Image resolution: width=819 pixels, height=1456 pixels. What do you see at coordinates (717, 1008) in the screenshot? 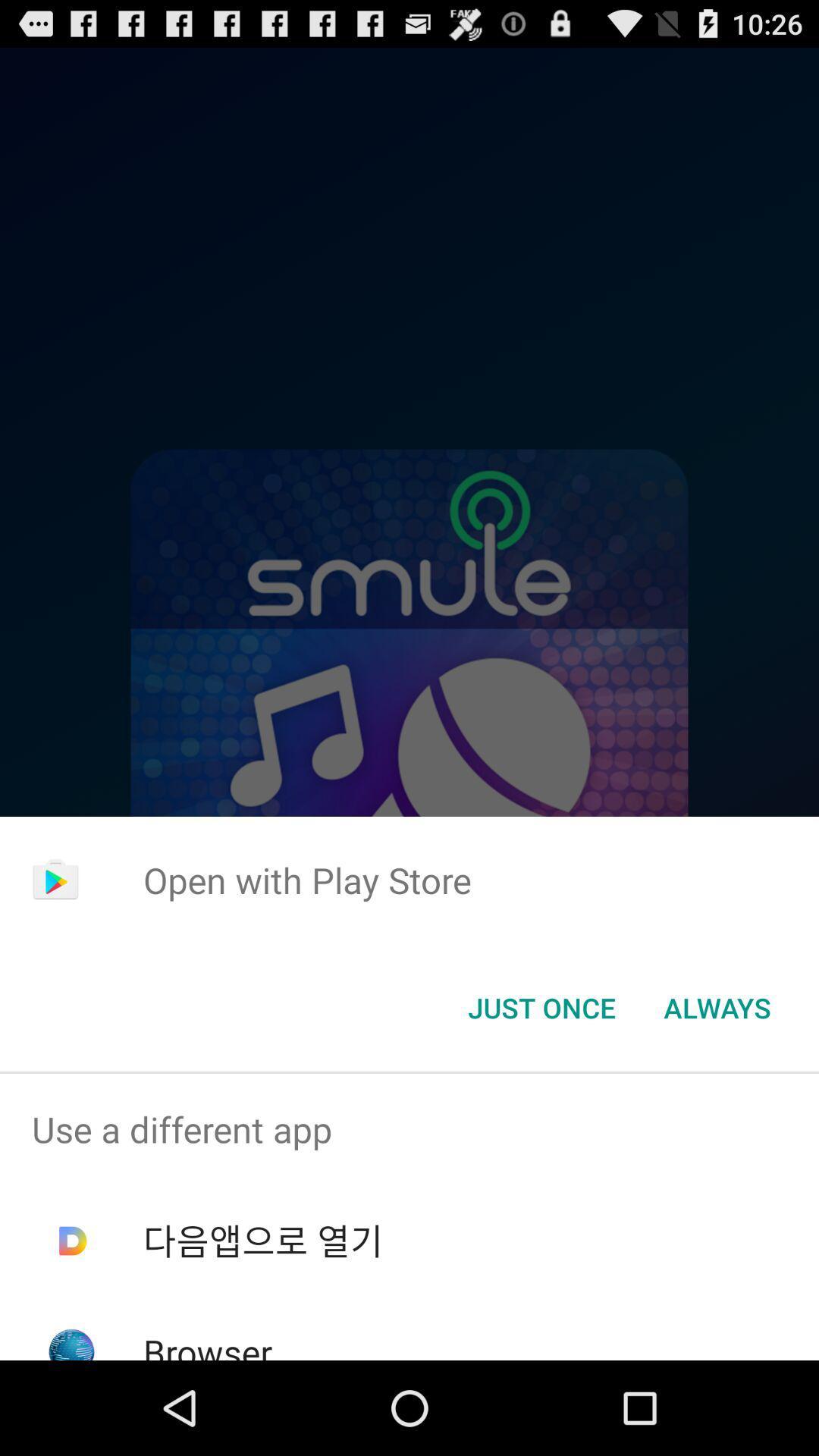
I see `the always item` at bounding box center [717, 1008].